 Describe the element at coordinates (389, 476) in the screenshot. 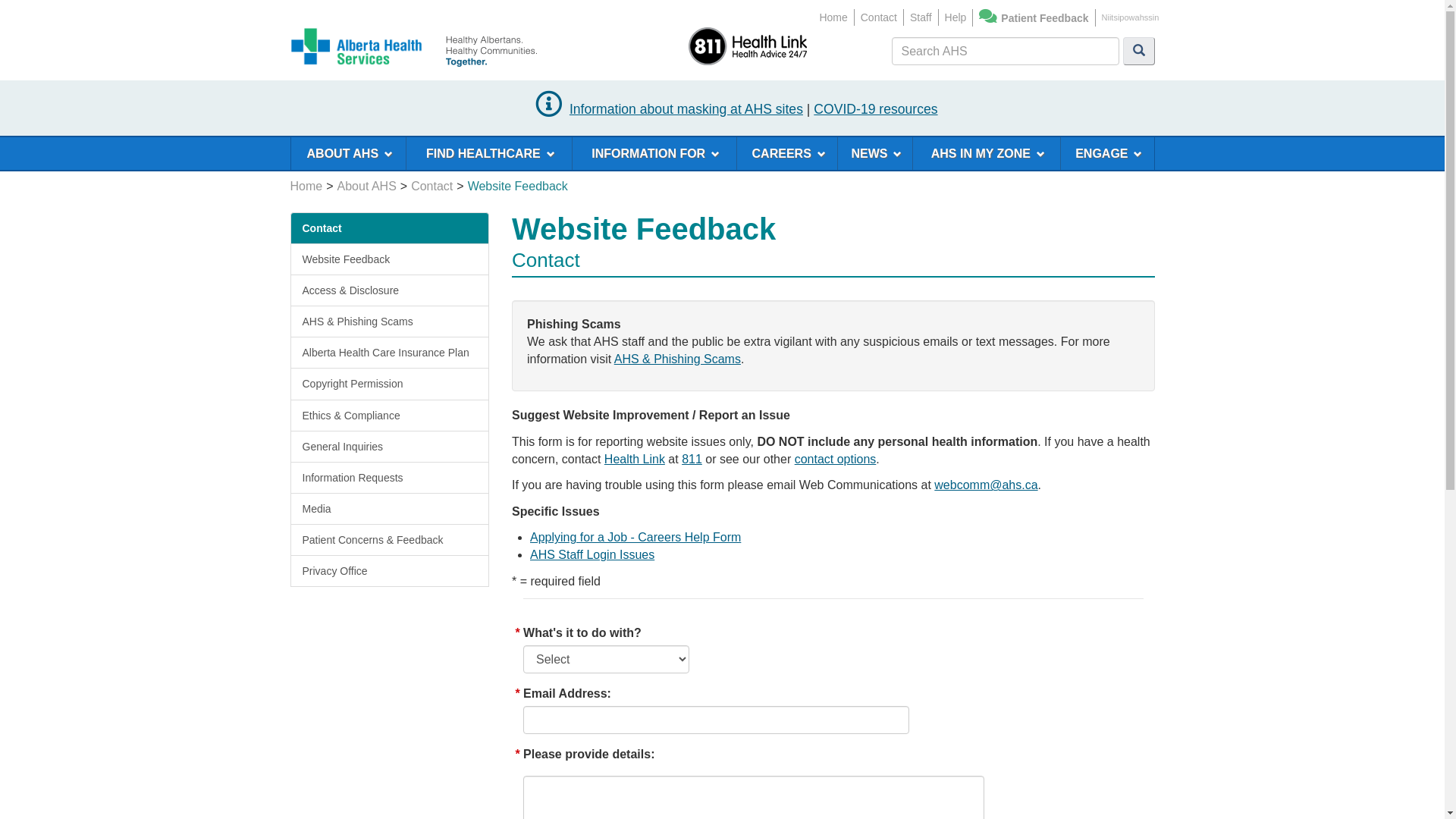

I see `'Information Requests'` at that location.